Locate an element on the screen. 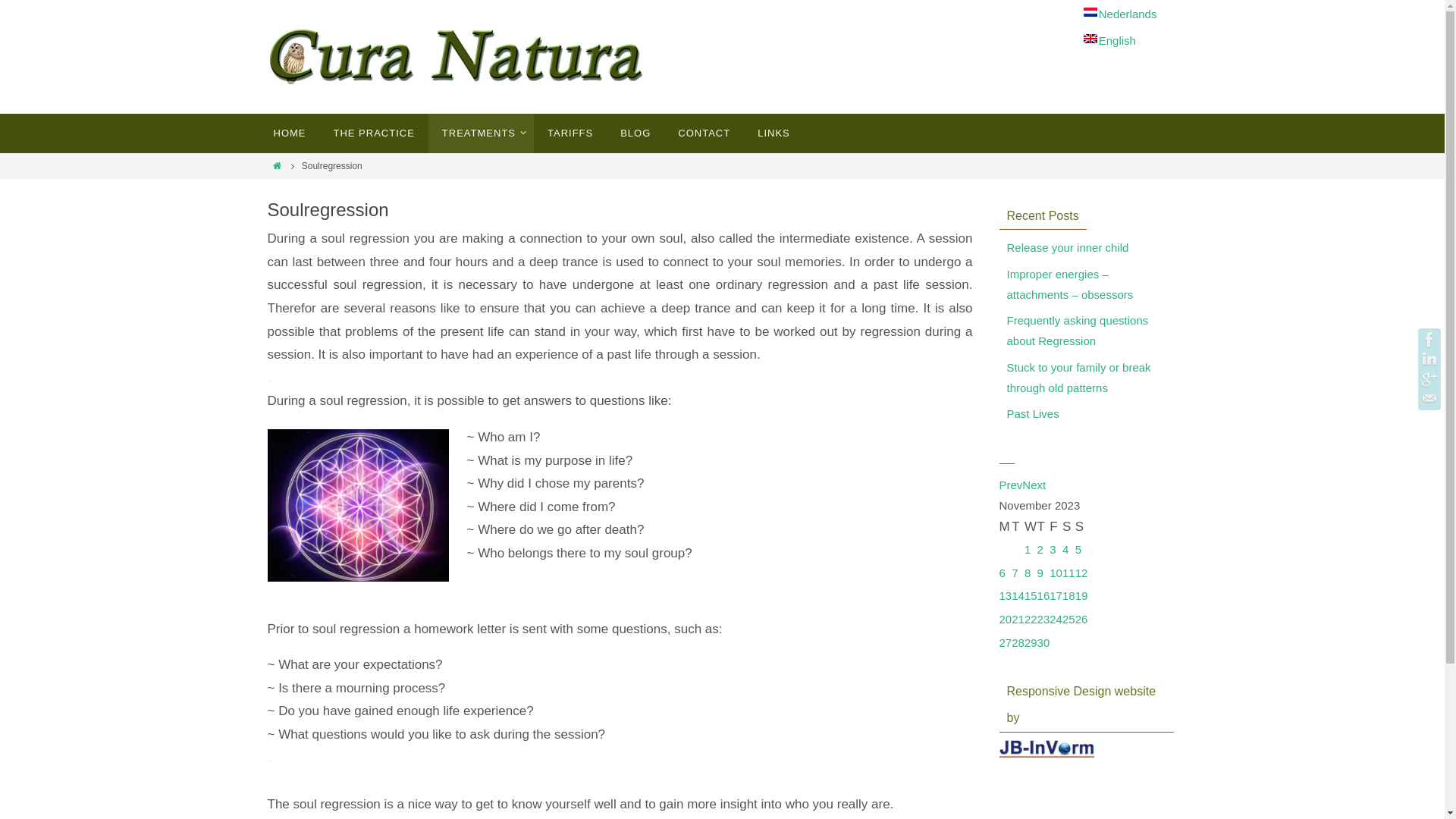 This screenshot has width=1456, height=819. '1' is located at coordinates (1027, 550).